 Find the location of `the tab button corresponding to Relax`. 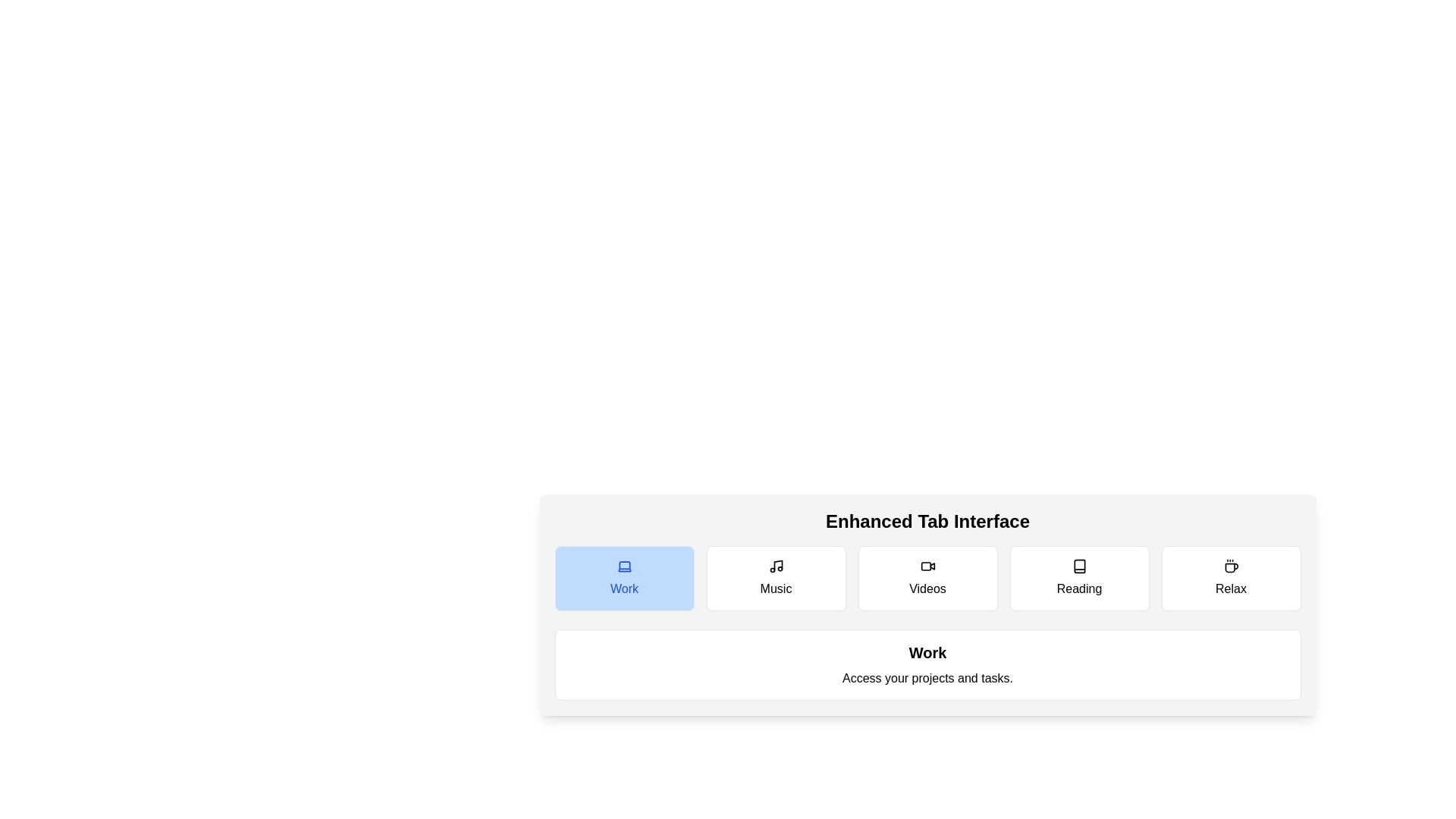

the tab button corresponding to Relax is located at coordinates (1231, 579).